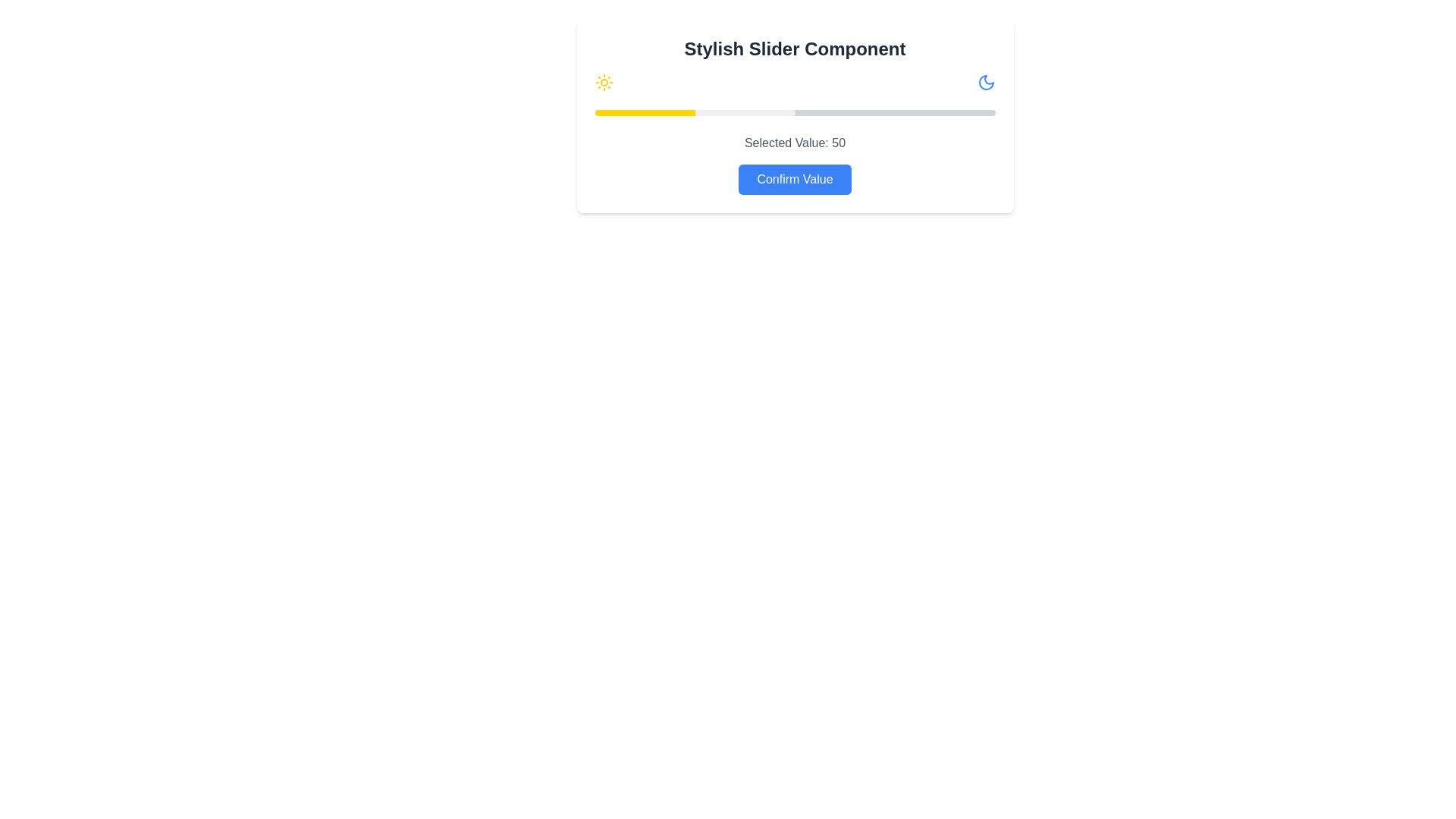  Describe the element at coordinates (794, 178) in the screenshot. I see `'Confirm Value' button to confirm the selected value` at that location.